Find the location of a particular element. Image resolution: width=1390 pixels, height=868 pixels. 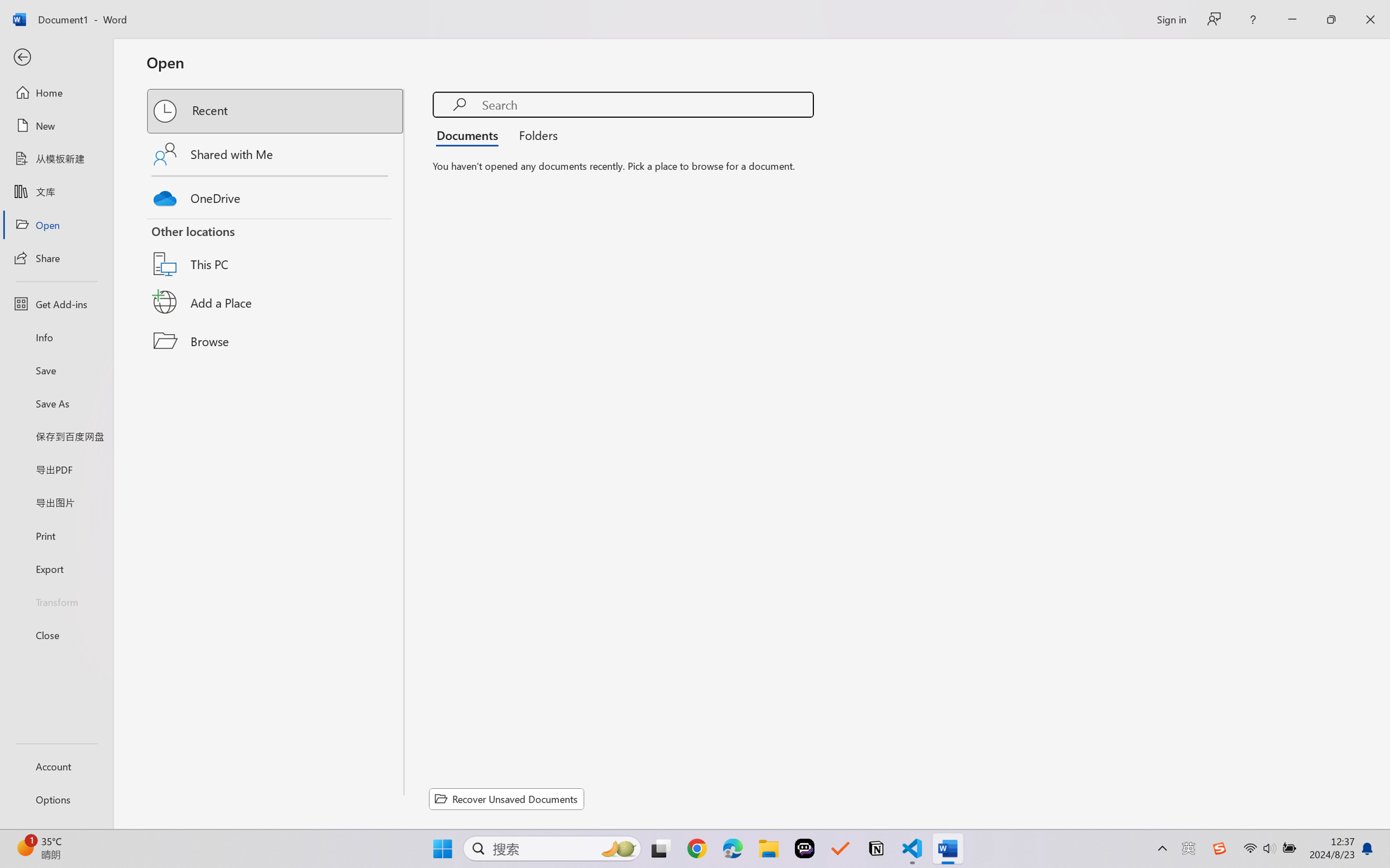

'OneDrive' is located at coordinates (276, 195).